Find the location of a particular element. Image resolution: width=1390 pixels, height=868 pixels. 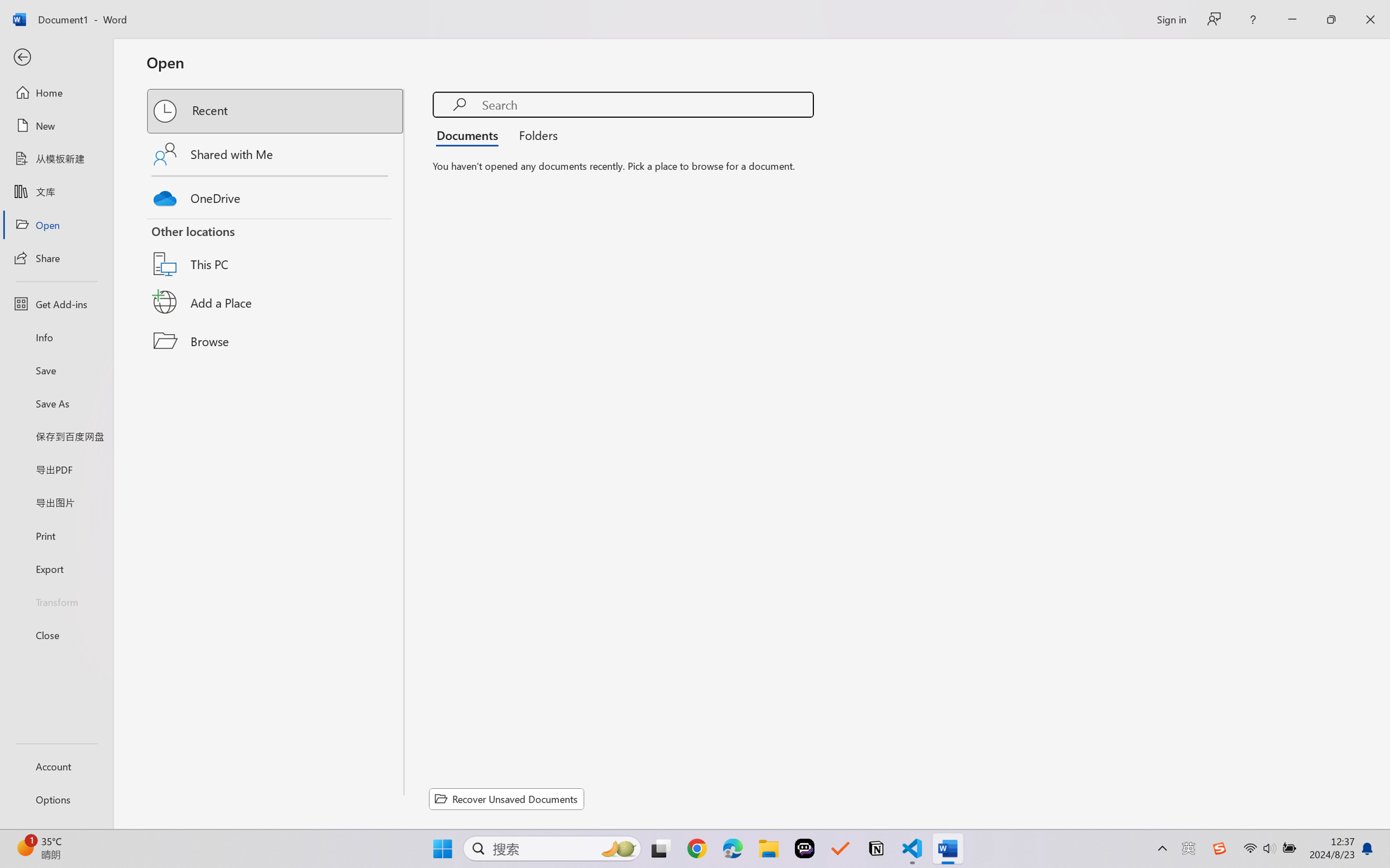

'OneDrive' is located at coordinates (276, 195).